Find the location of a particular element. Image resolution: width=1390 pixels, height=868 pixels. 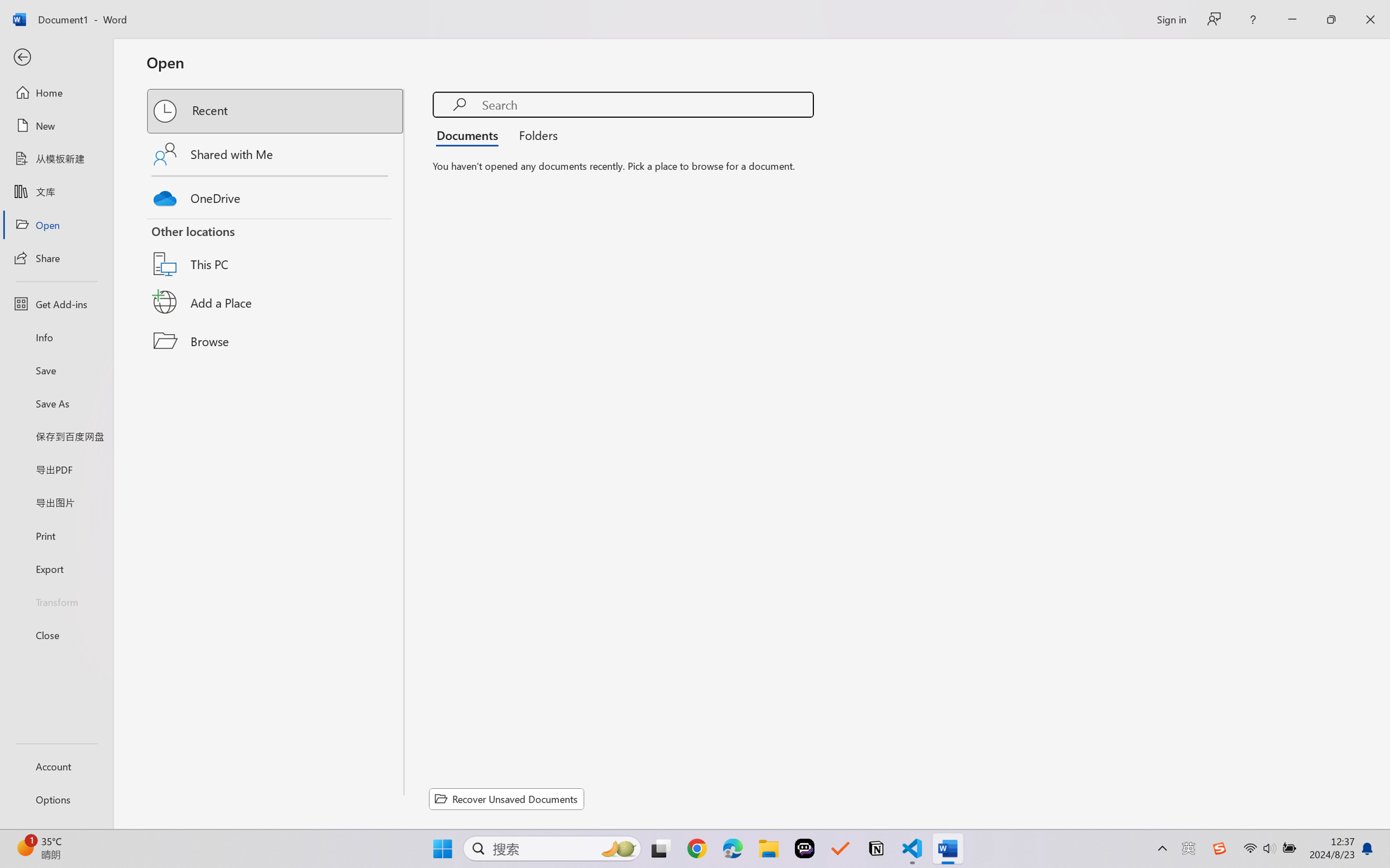

'OneDrive' is located at coordinates (276, 195).